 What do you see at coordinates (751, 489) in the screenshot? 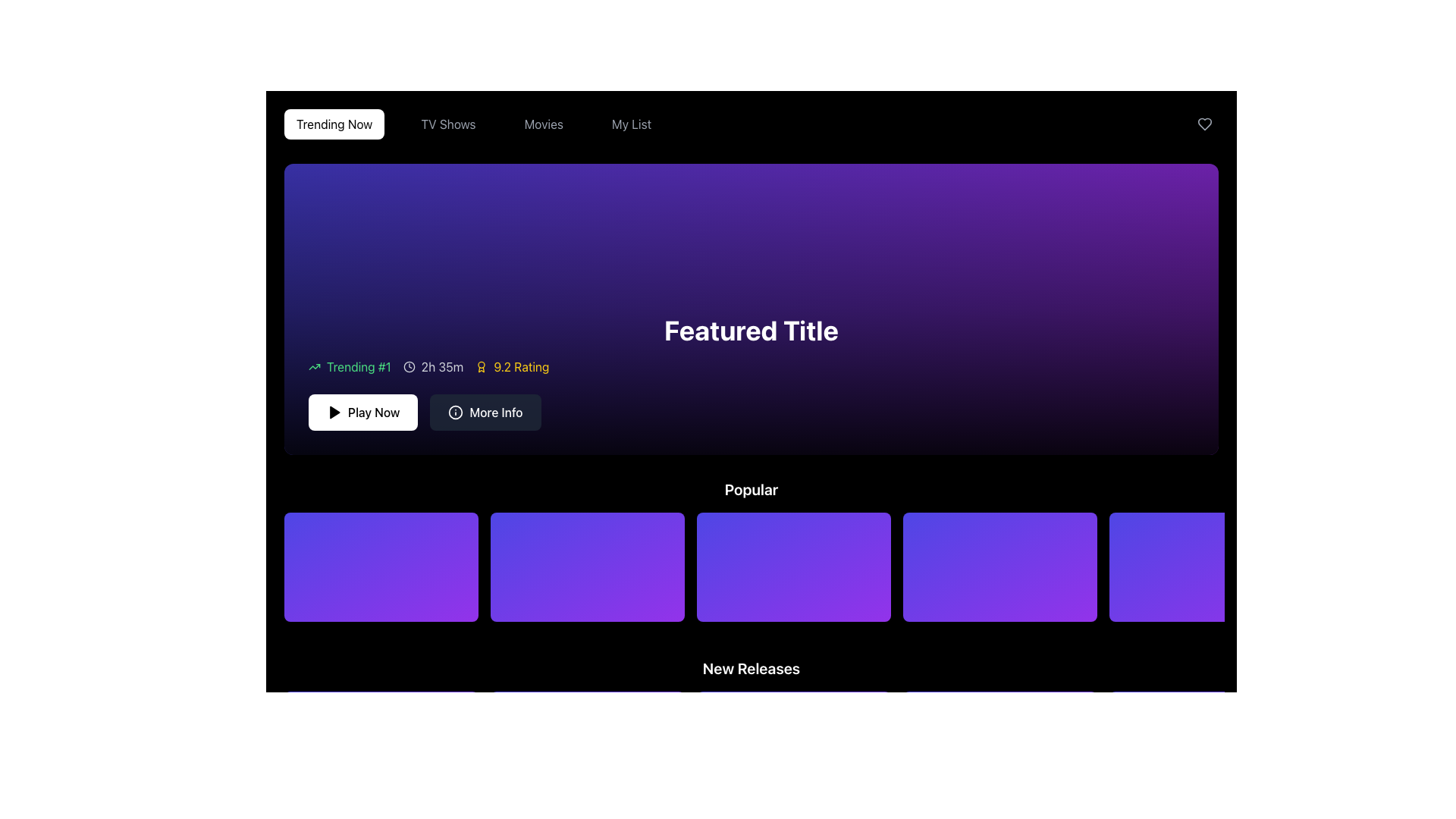
I see `the text label displaying 'Popular', which is prominently styled in bold font against a dark background` at bounding box center [751, 489].